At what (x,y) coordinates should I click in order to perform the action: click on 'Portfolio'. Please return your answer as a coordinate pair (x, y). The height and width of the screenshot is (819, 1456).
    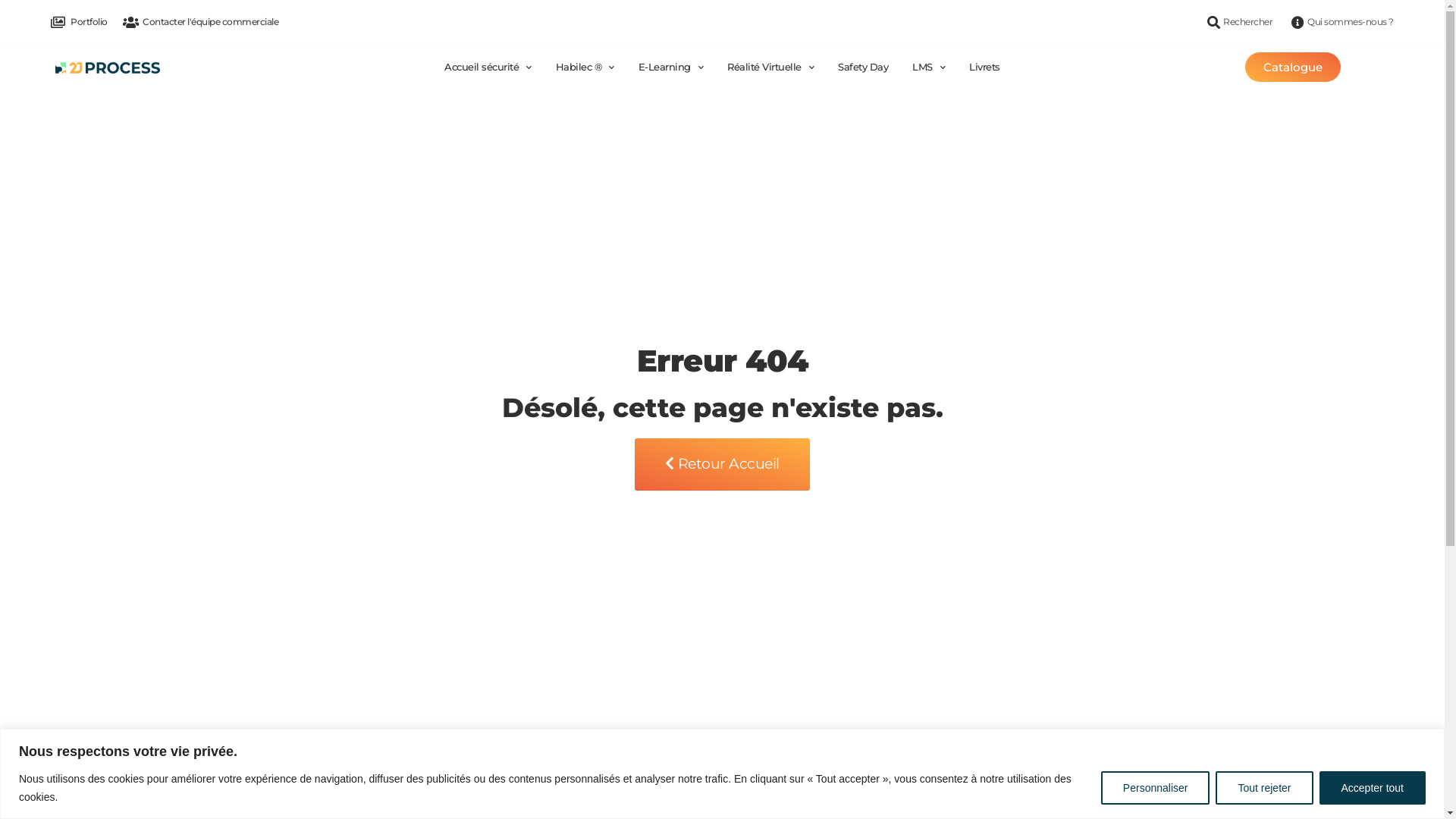
    Looking at the image, I should click on (51, 22).